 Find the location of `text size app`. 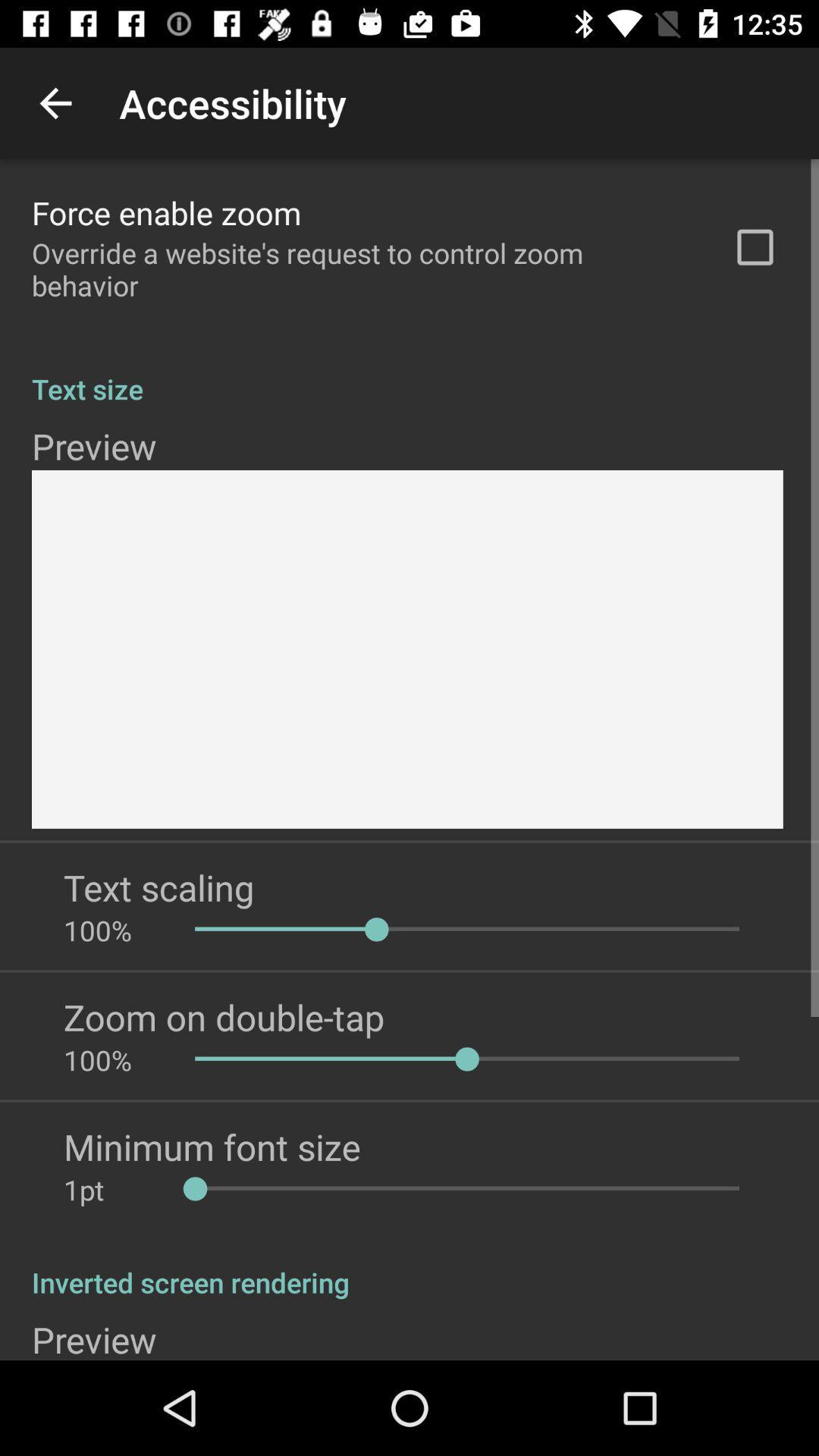

text size app is located at coordinates (409, 372).